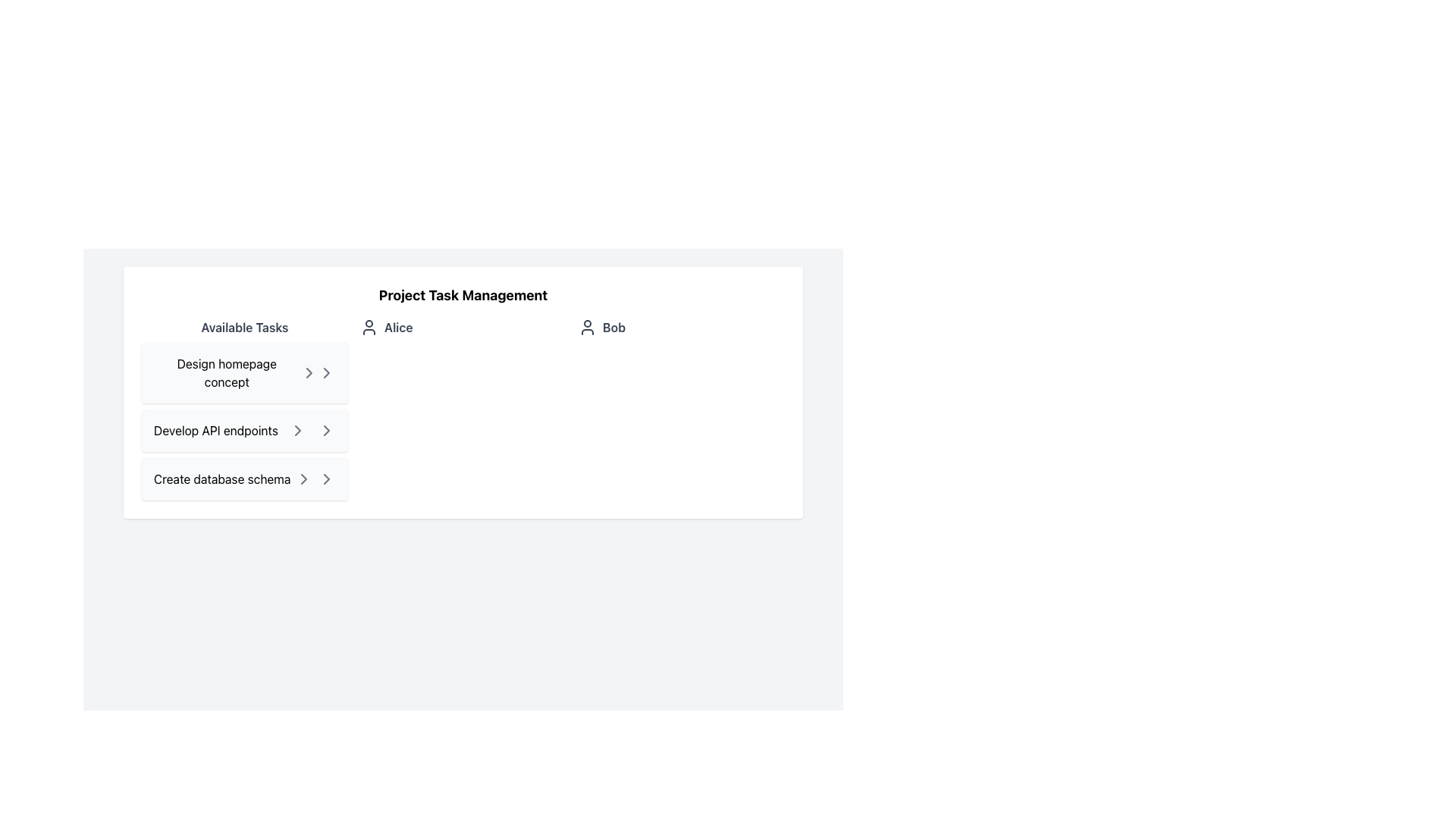 This screenshot has width=1456, height=819. What do you see at coordinates (221, 479) in the screenshot?
I see `the text-based link labeled 'Create database schema' located within the 'Available Tasks' section, positioned between 'Develop API endpoints' and a right-chevron icon` at bounding box center [221, 479].